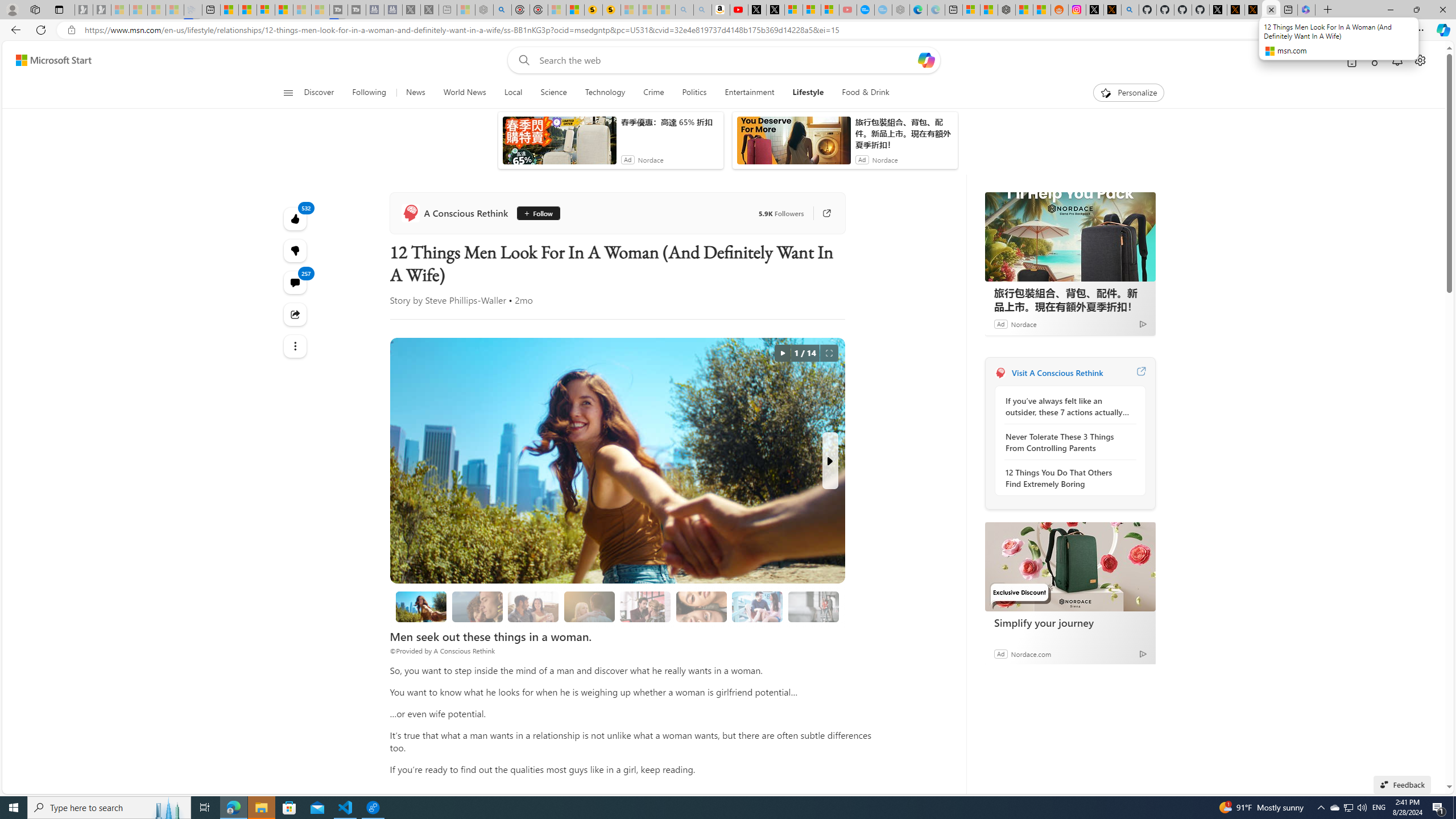 This screenshot has width=1456, height=819. What do you see at coordinates (295, 218) in the screenshot?
I see `'532 Like'` at bounding box center [295, 218].